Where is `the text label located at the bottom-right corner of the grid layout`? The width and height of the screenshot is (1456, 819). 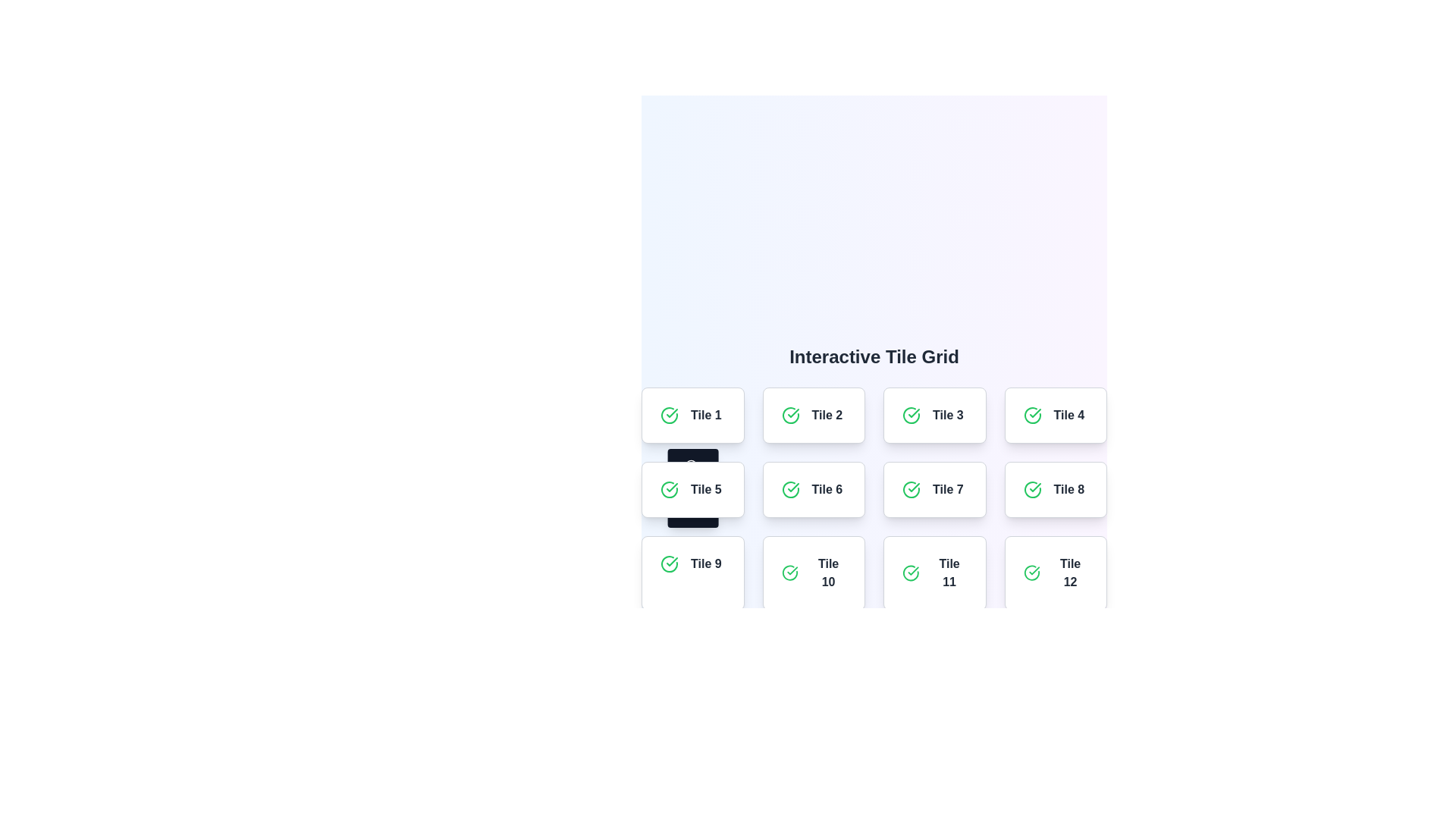
the text label located at the bottom-right corner of the grid layout is located at coordinates (1069, 573).